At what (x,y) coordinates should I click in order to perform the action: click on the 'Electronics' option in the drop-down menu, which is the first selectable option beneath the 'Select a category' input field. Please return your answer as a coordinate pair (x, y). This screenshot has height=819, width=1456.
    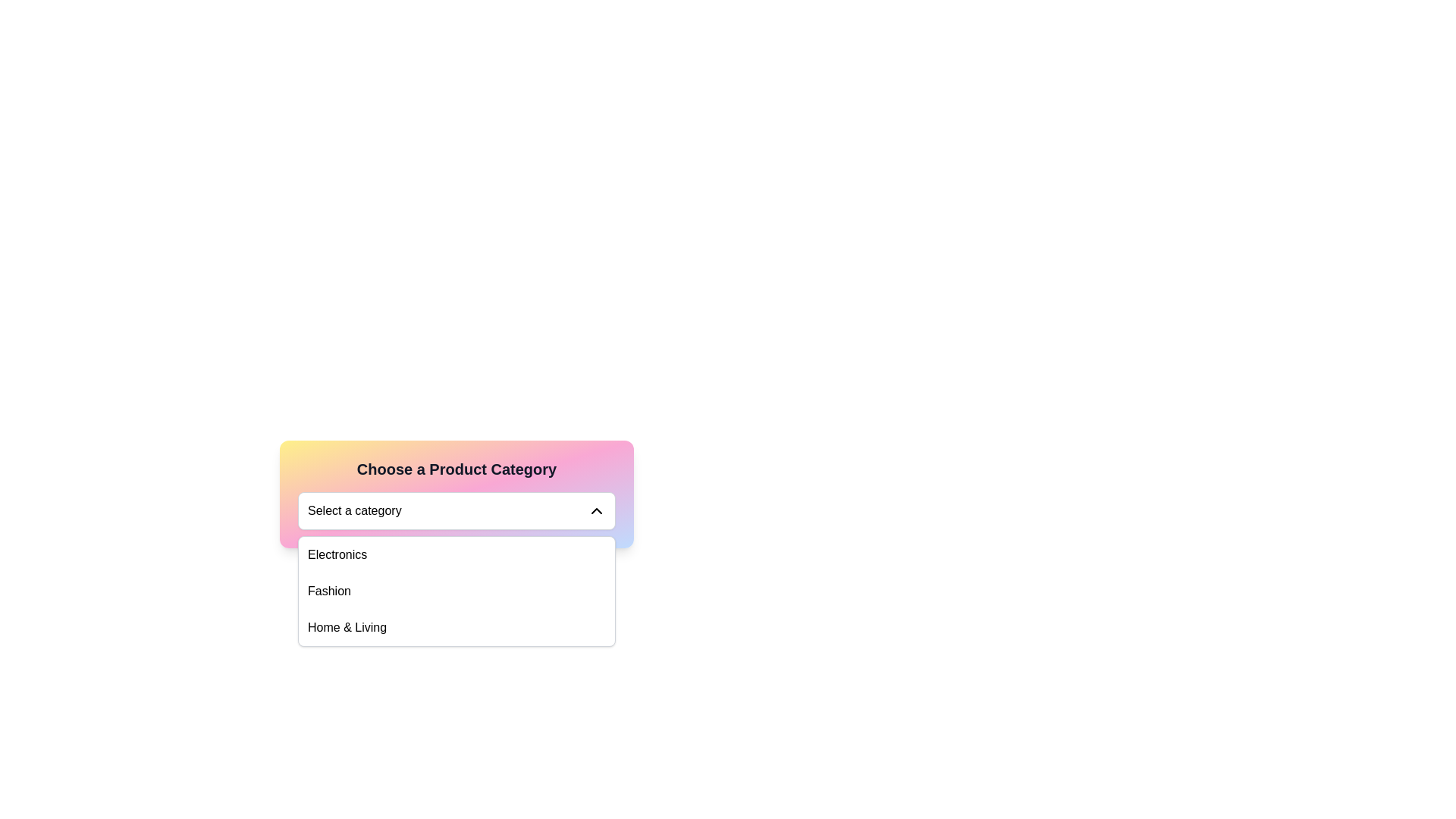
    Looking at the image, I should click on (337, 555).